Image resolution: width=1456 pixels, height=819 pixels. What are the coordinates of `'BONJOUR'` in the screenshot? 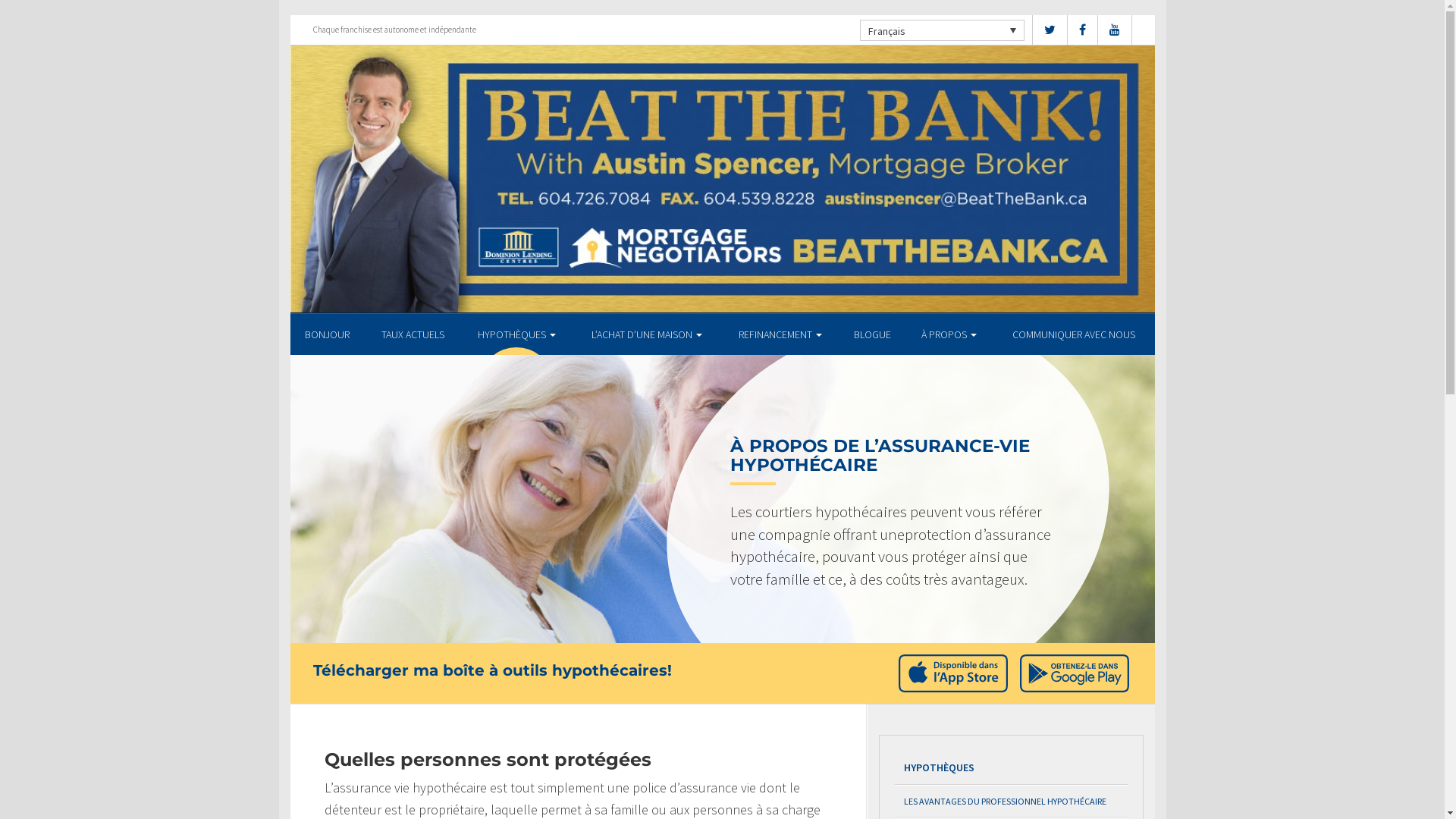 It's located at (326, 333).